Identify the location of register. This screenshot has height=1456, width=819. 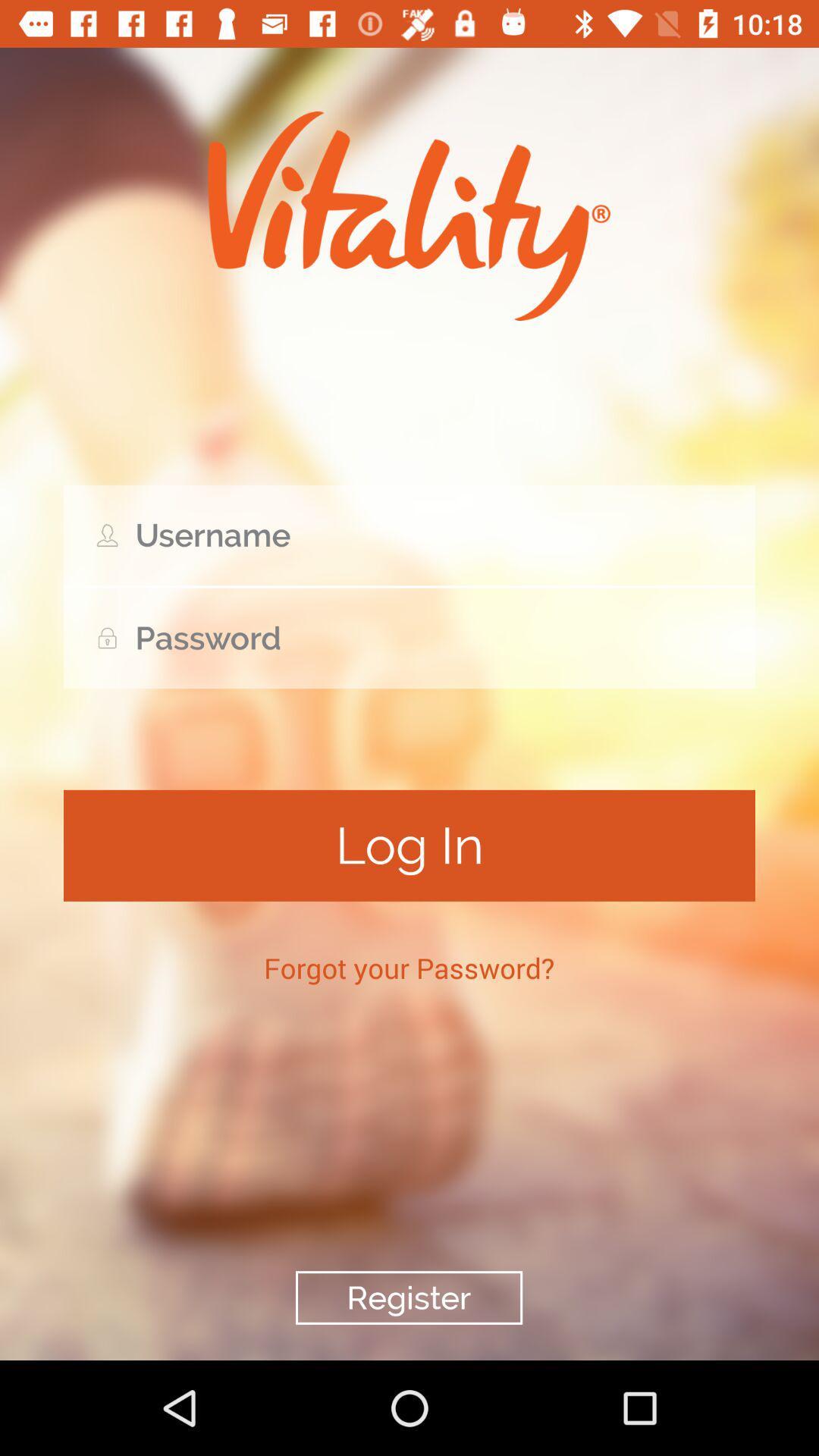
(408, 1297).